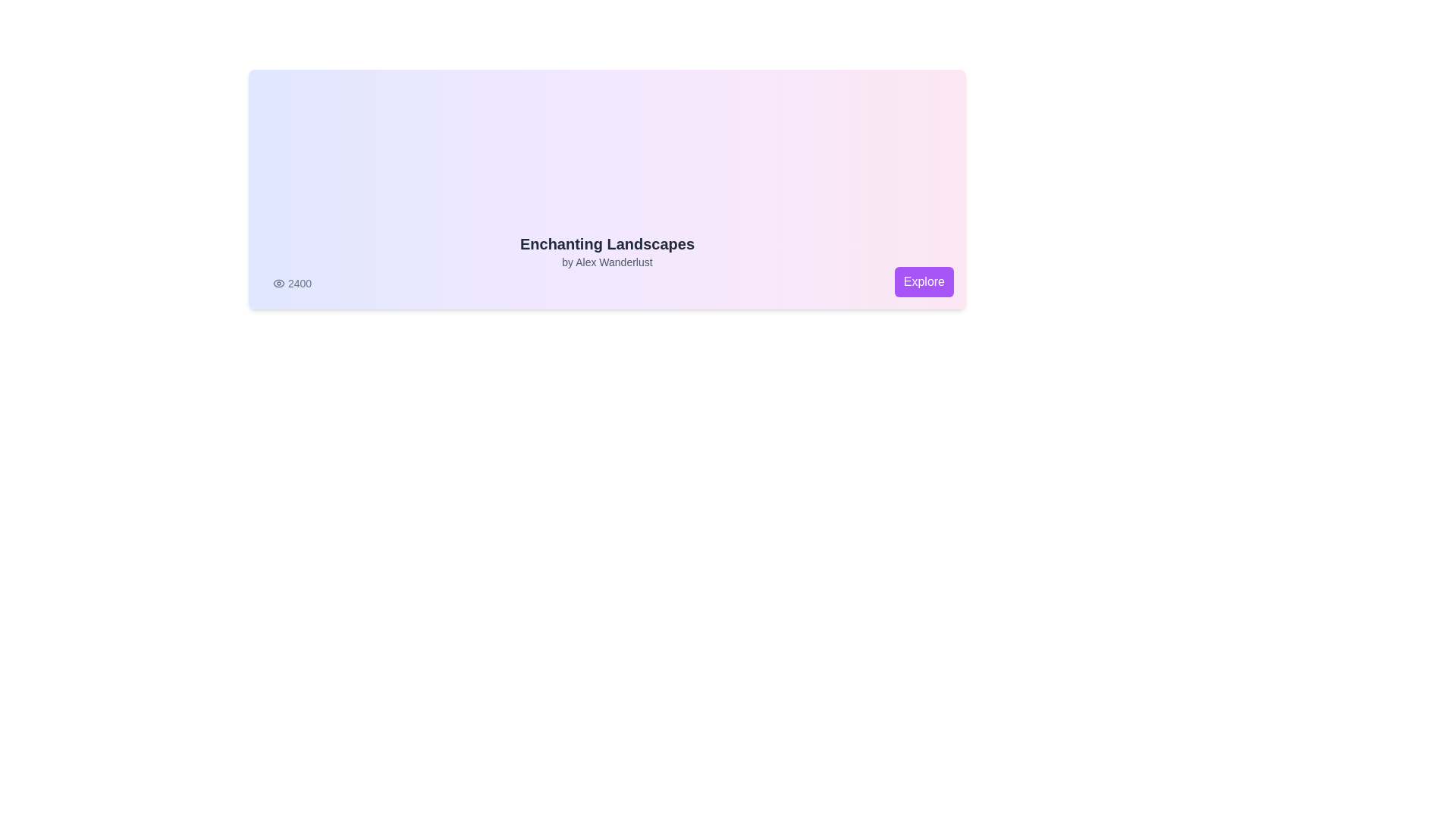  Describe the element at coordinates (920, 284) in the screenshot. I see `the comment icon located to the left of the text '16' in the bottom-right corner` at that location.